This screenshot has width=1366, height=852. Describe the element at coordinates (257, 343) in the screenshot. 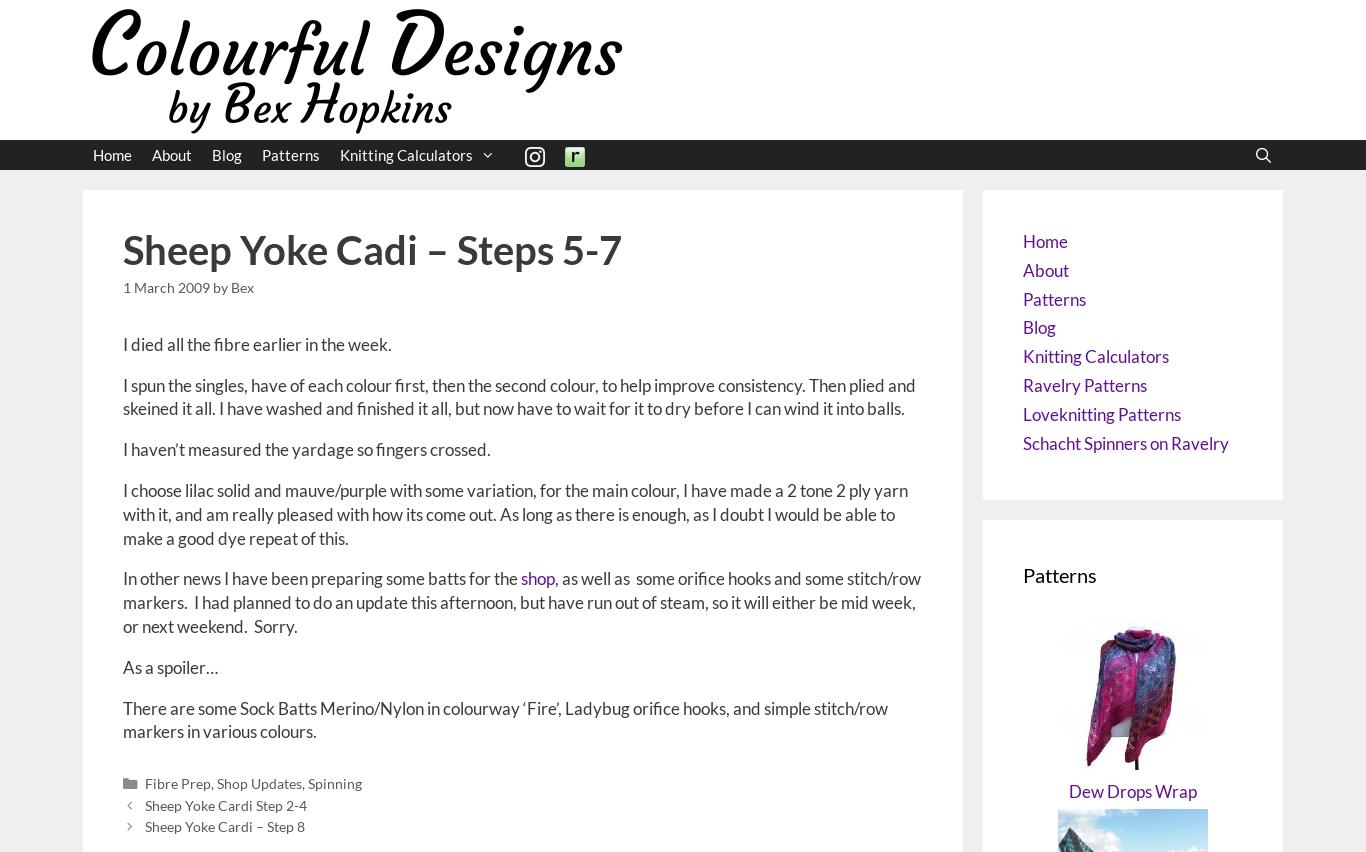

I see `'I died all the fibre earlier in the week.'` at that location.